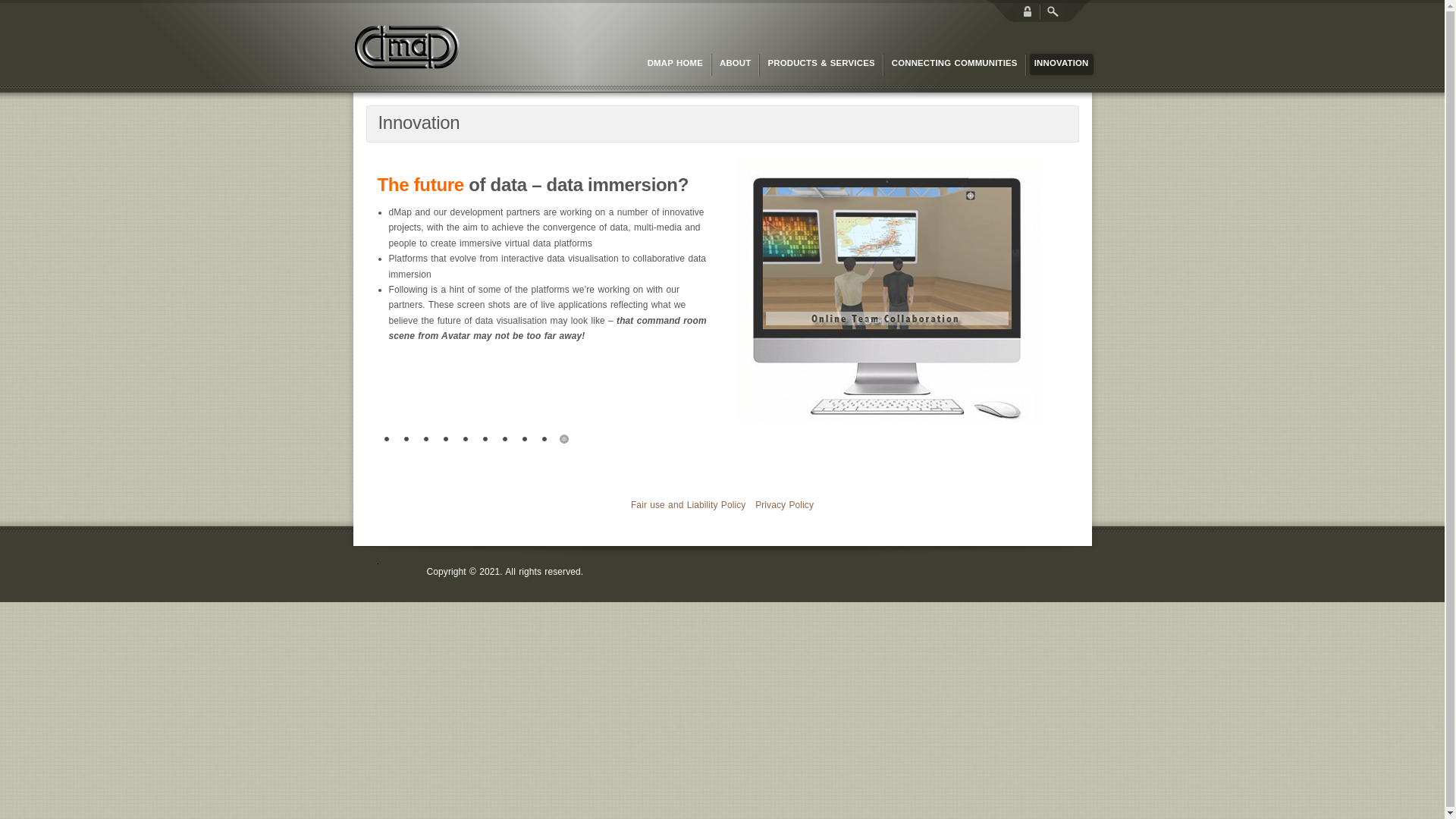 This screenshot has height=819, width=1456. I want to click on '#', so click(465, 439).